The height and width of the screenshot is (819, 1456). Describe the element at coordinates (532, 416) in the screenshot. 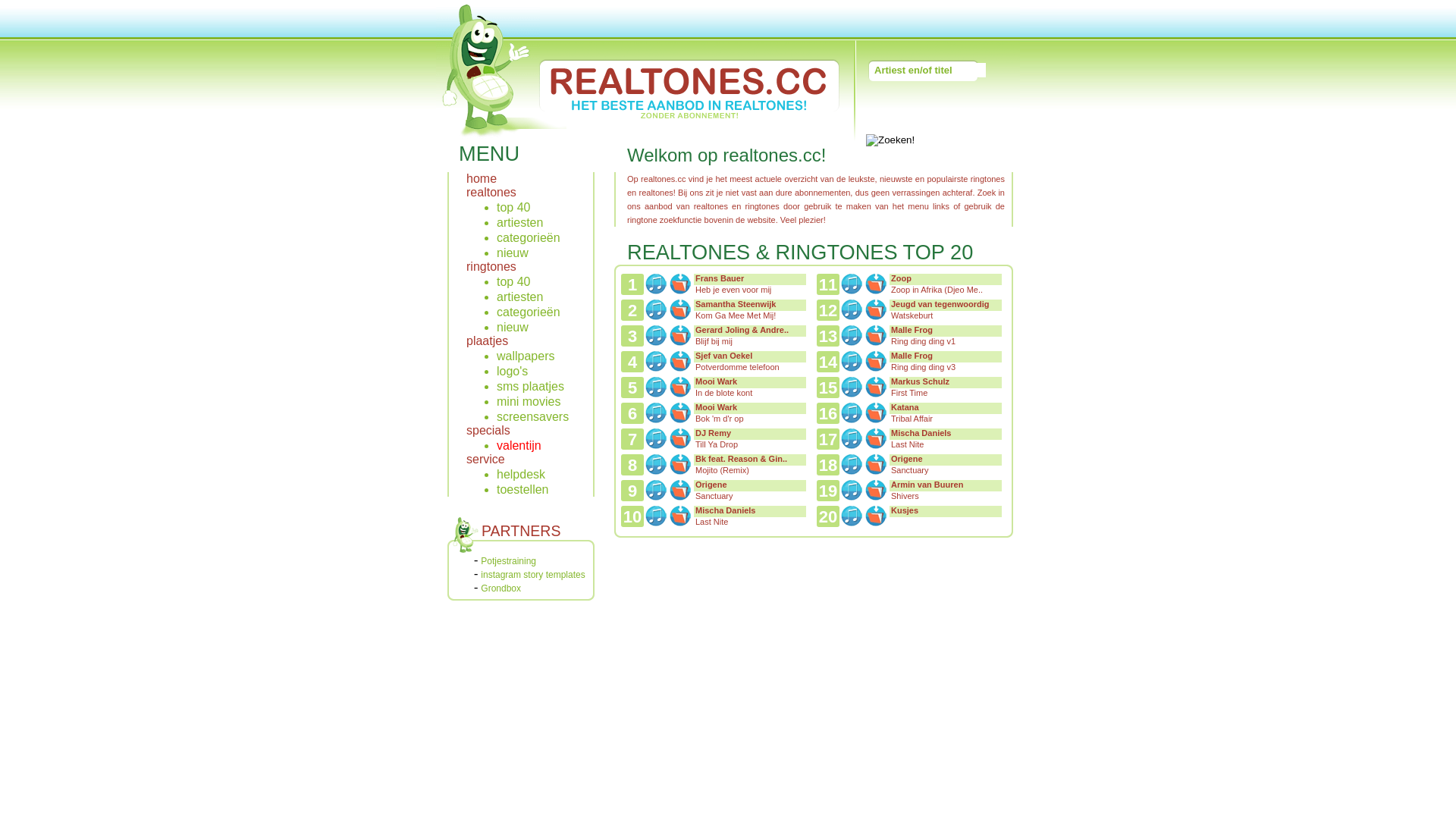

I see `'screensavers'` at that location.